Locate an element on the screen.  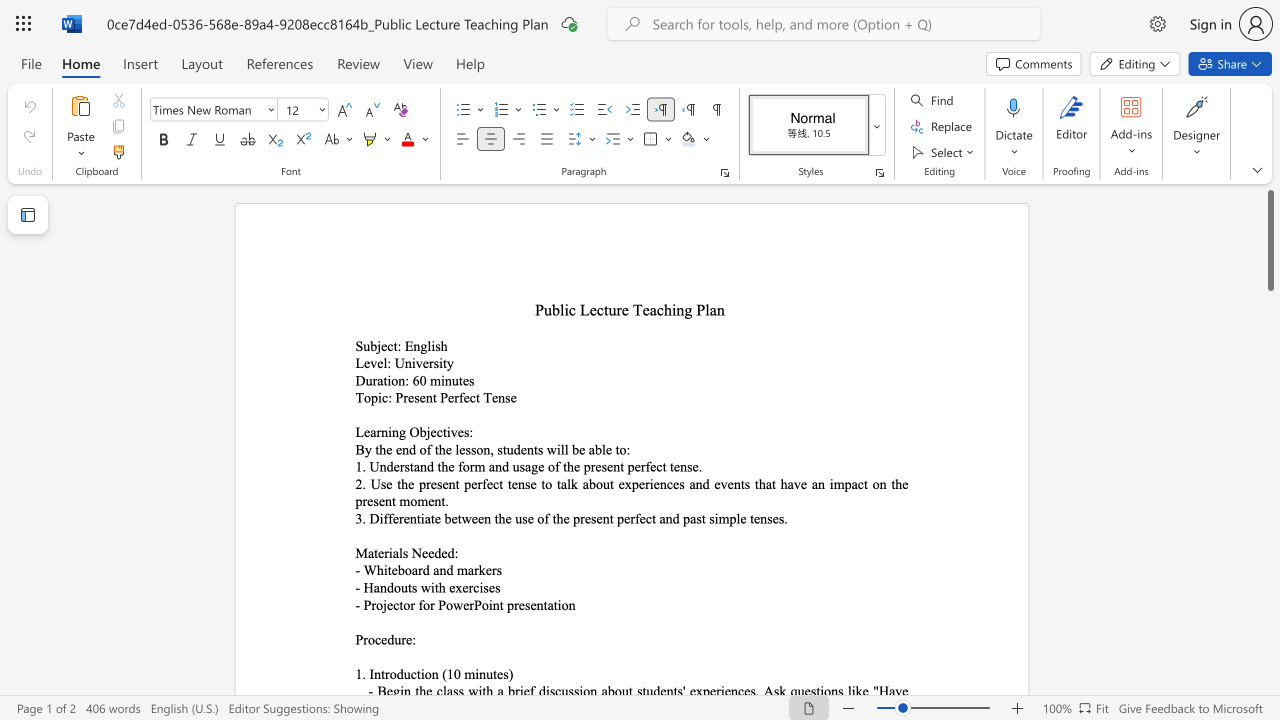
the scrollbar to move the page down is located at coordinates (1269, 508).